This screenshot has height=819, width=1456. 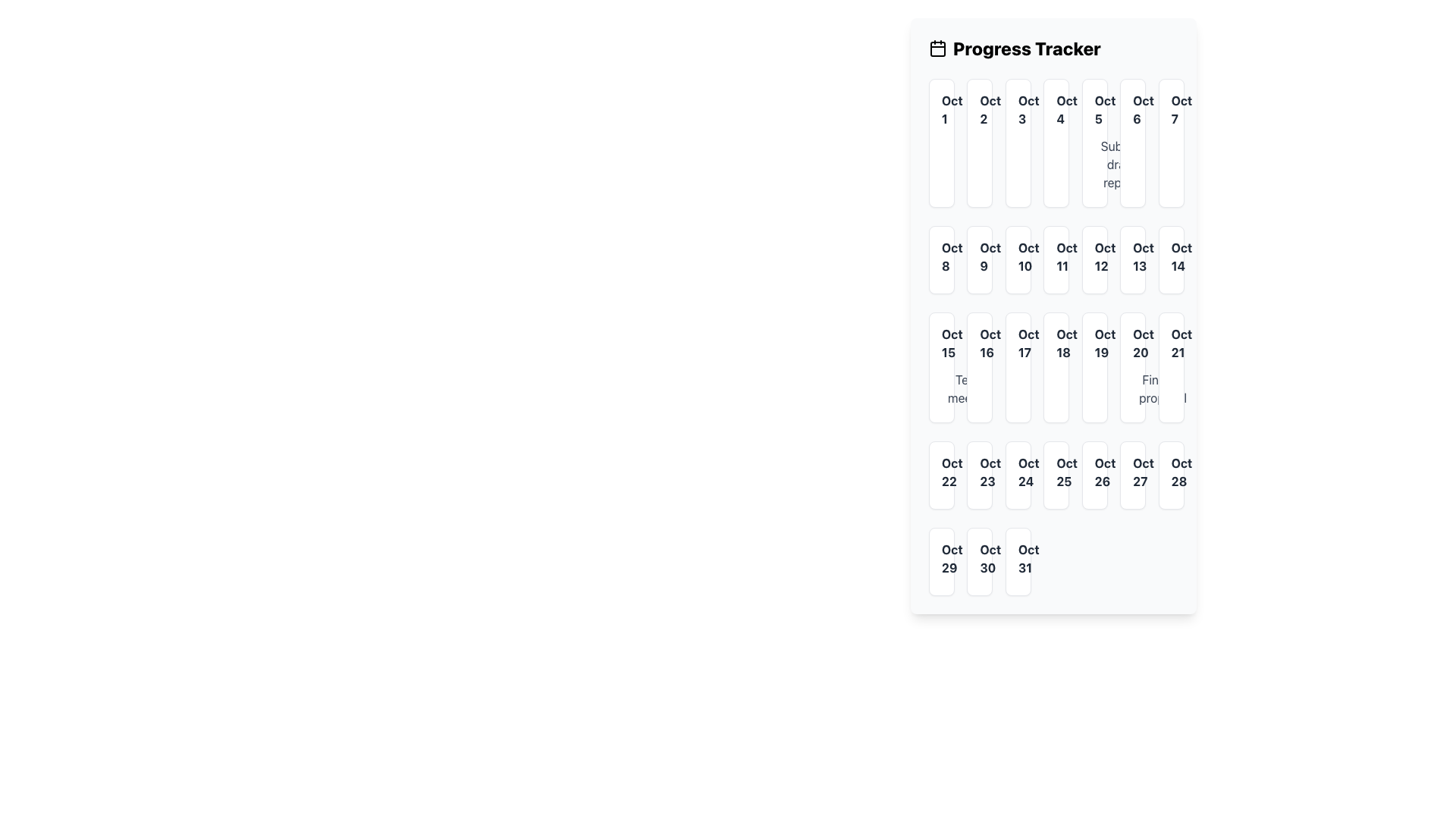 I want to click on the highlighted date 'October 23rd' in the calendar interface to interact with it, so click(x=980, y=475).